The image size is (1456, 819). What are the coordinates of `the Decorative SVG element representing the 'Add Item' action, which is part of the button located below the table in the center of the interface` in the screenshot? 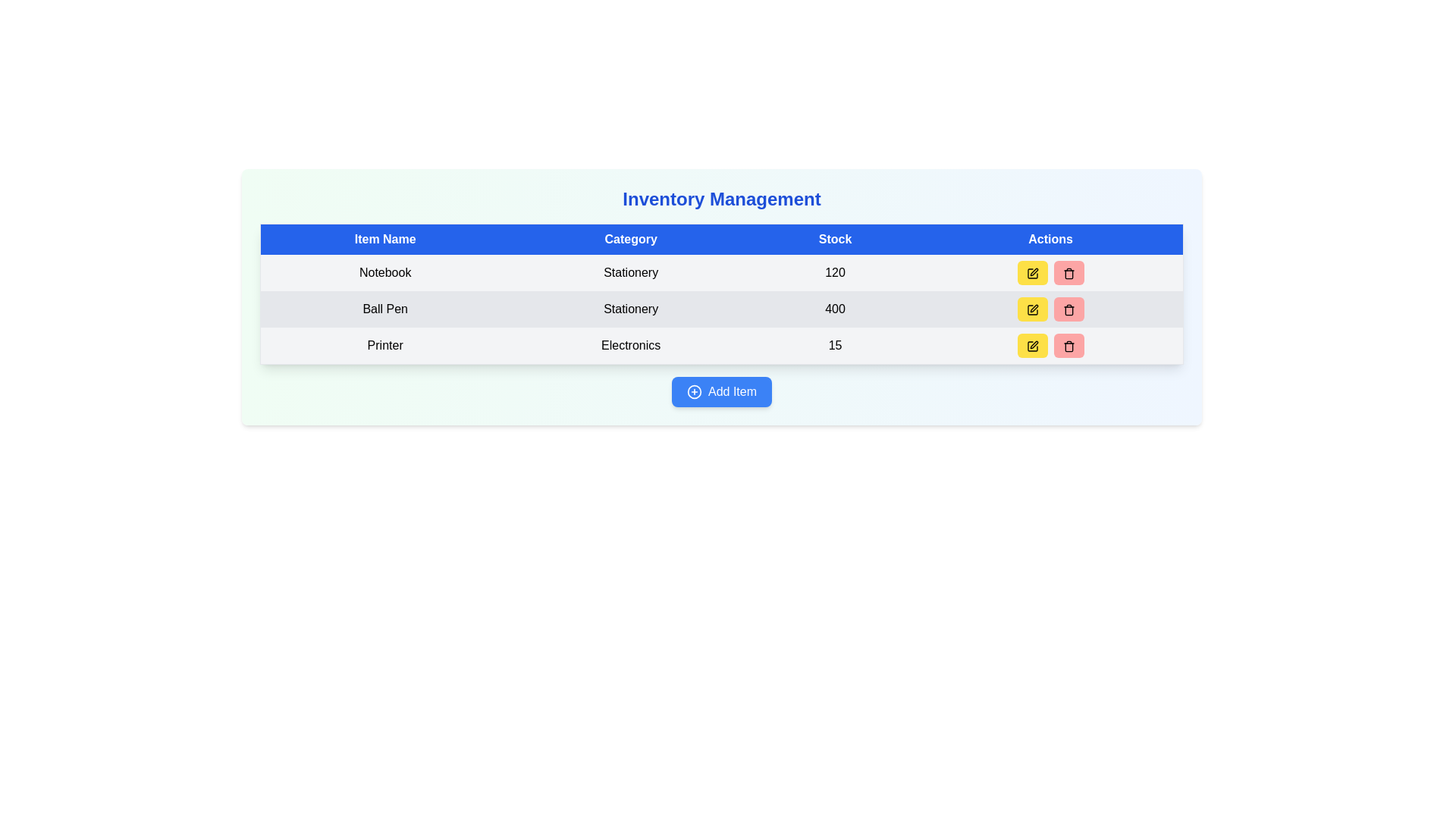 It's located at (694, 391).